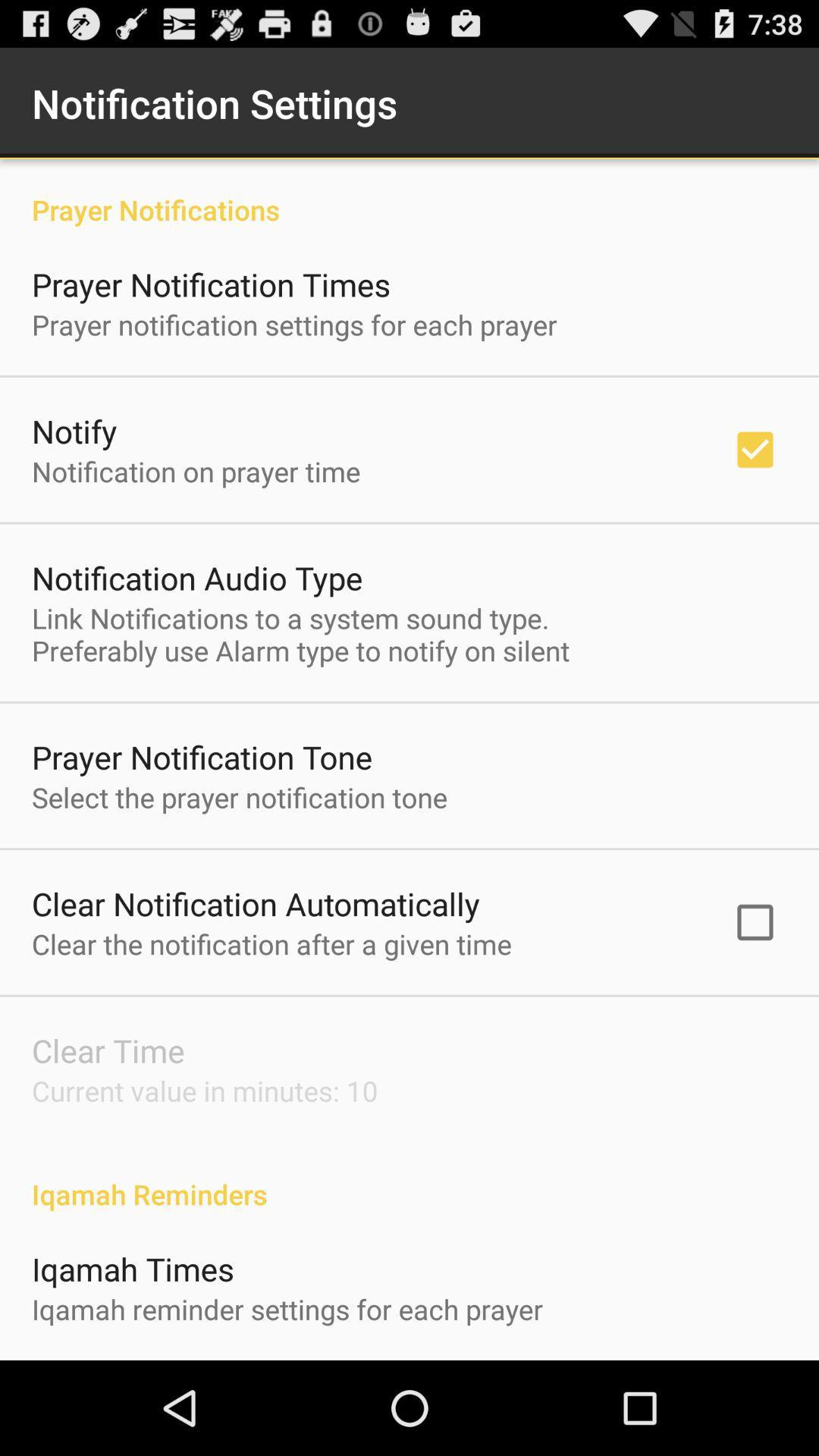 The image size is (819, 1456). What do you see at coordinates (409, 1178) in the screenshot?
I see `icon below current value in` at bounding box center [409, 1178].